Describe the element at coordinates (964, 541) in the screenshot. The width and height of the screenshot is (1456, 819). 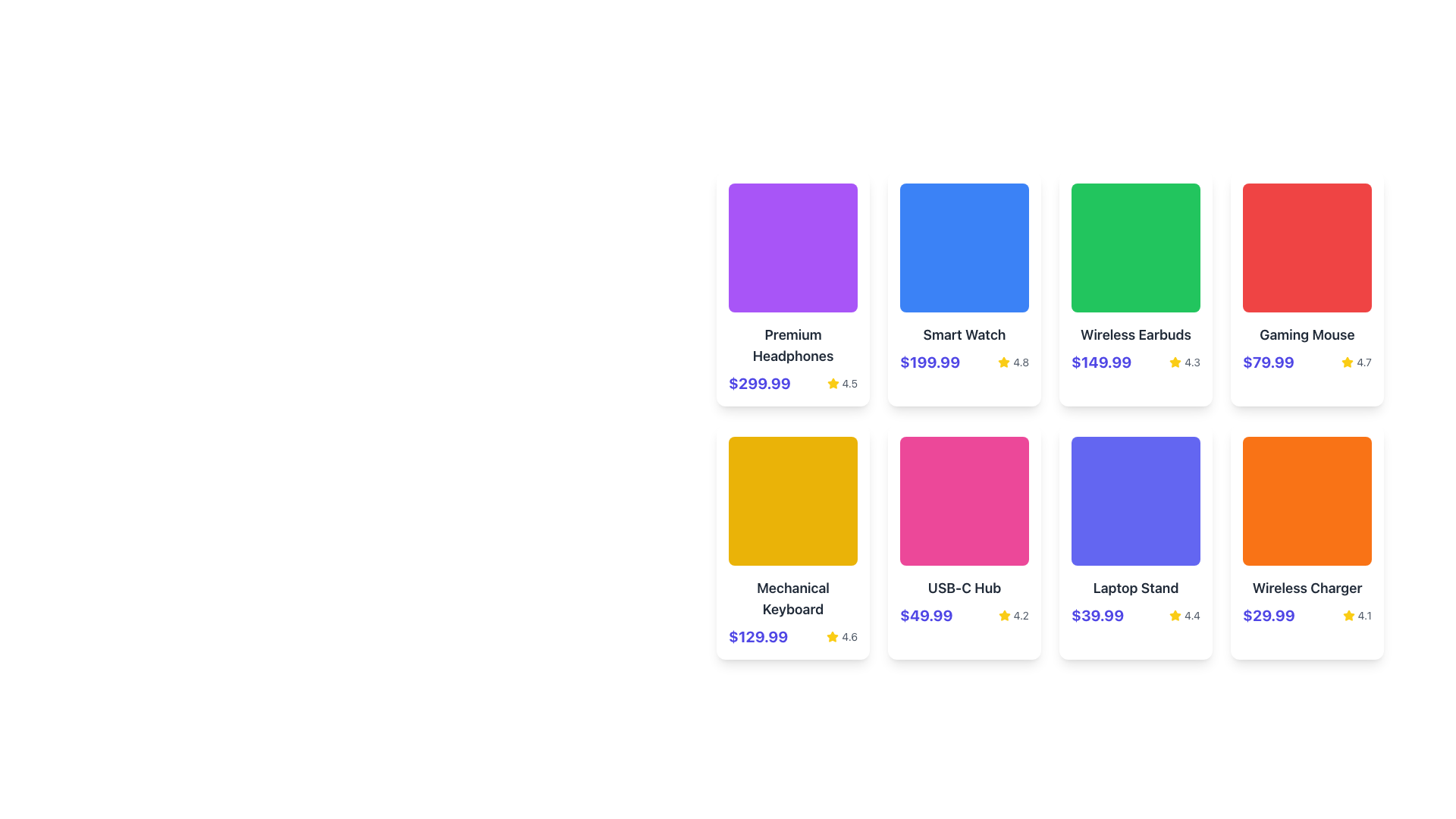
I see `the Product card representing the USB-C Hub, located in the second row of a 4x2 grid layout, specifically the second card from the left, below the 'Smart Watch' card` at that location.